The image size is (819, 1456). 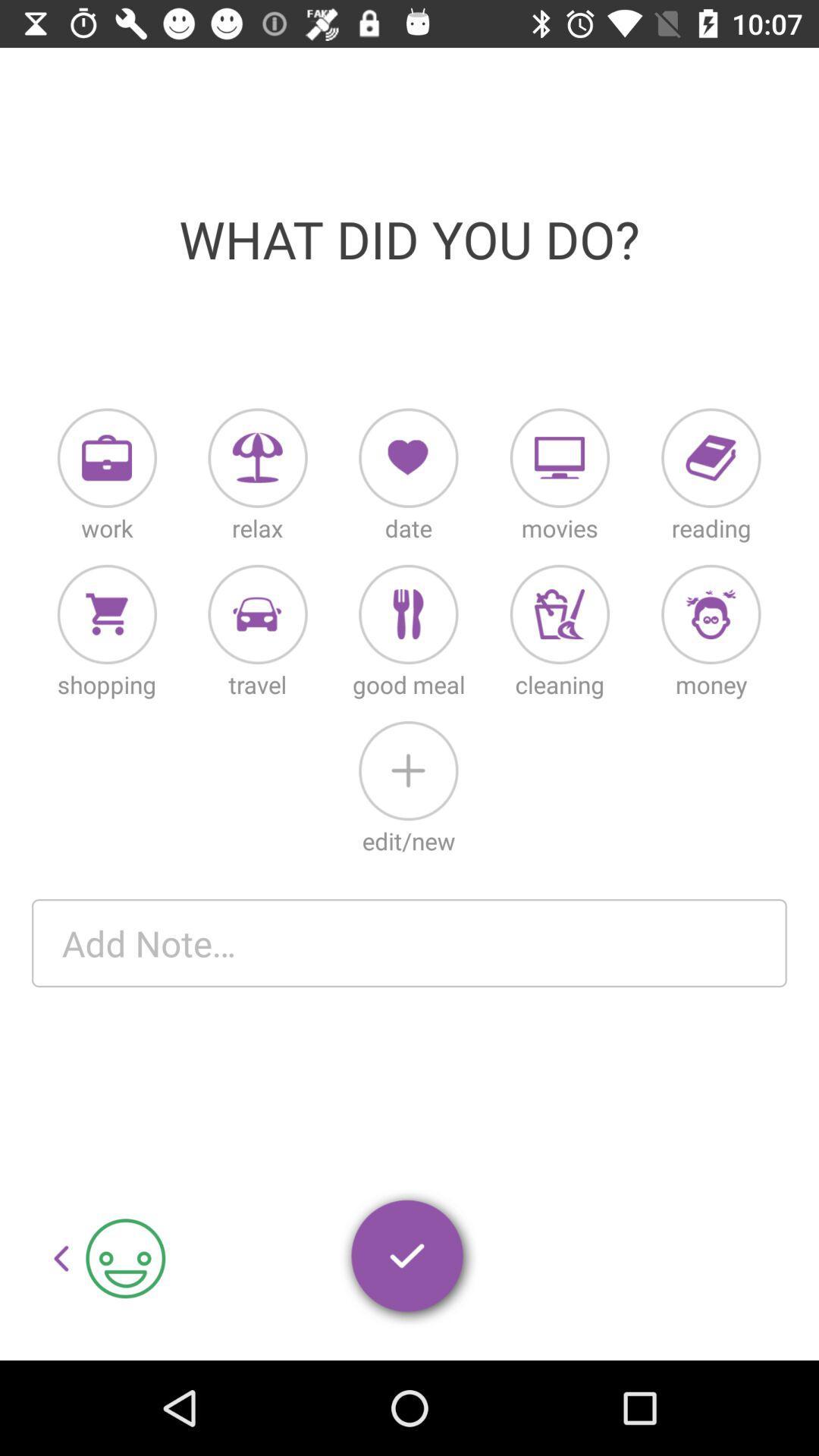 I want to click on where you went, so click(x=257, y=614).